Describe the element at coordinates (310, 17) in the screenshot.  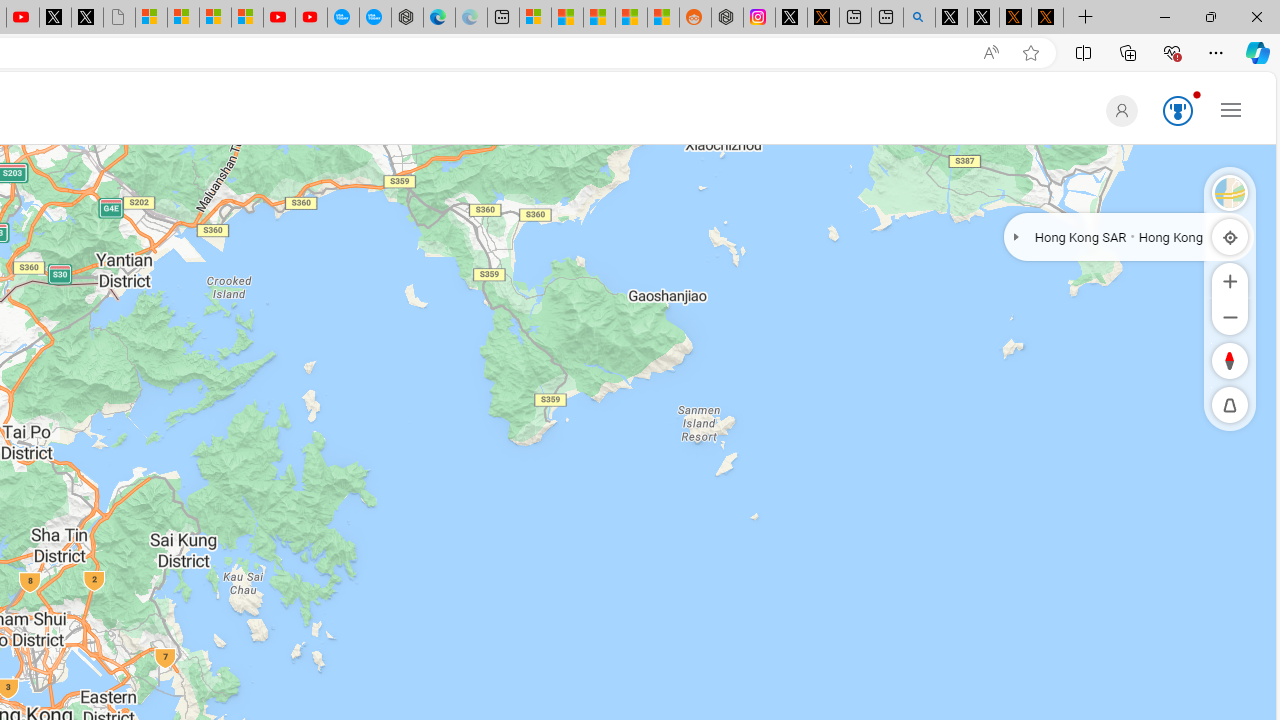
I see `'YouTube Kids - An App Created for Kids to Explore Content'` at that location.